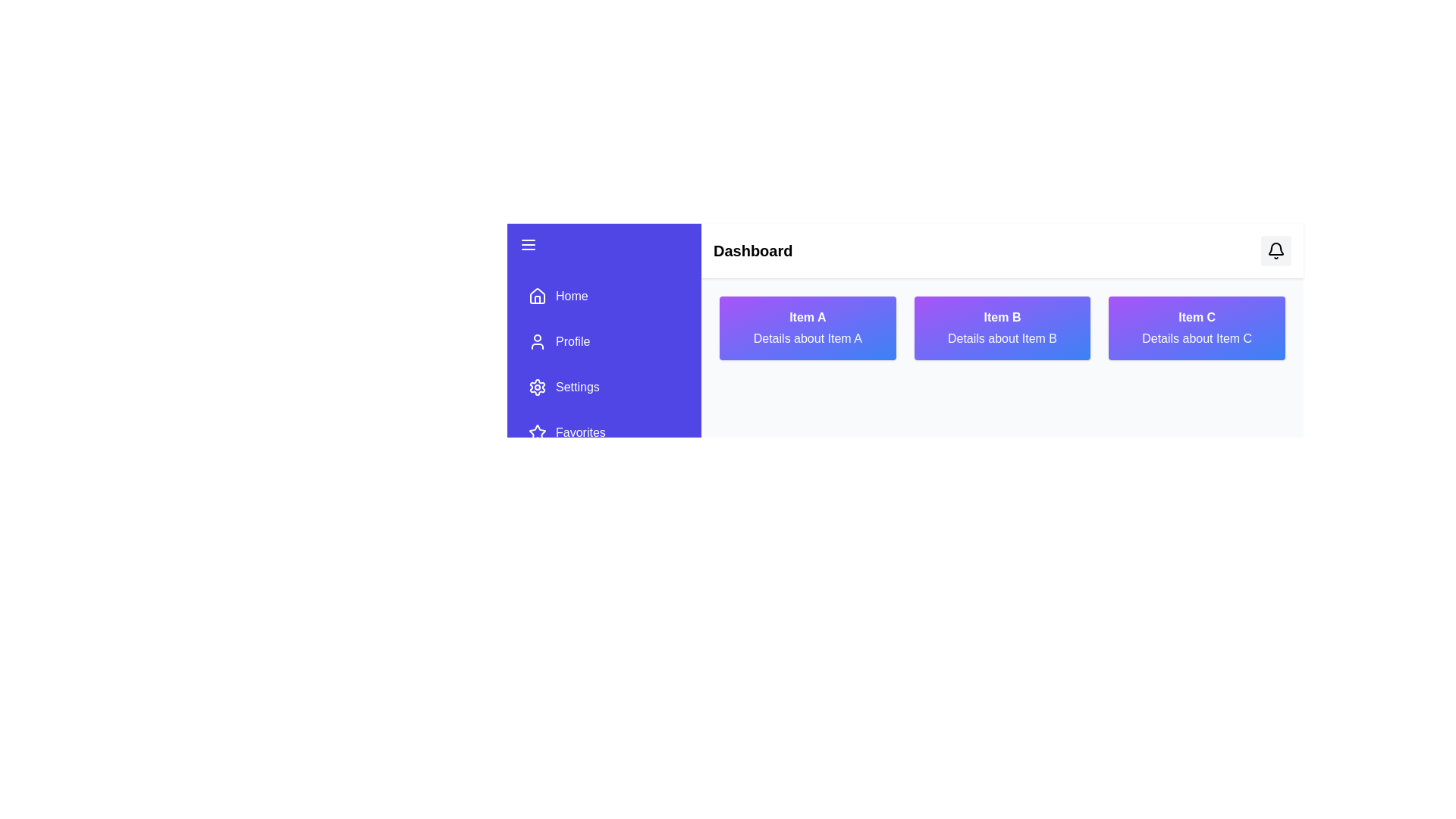  I want to click on the notification bell icon located at the top-right corner of the interface, so click(1276, 250).